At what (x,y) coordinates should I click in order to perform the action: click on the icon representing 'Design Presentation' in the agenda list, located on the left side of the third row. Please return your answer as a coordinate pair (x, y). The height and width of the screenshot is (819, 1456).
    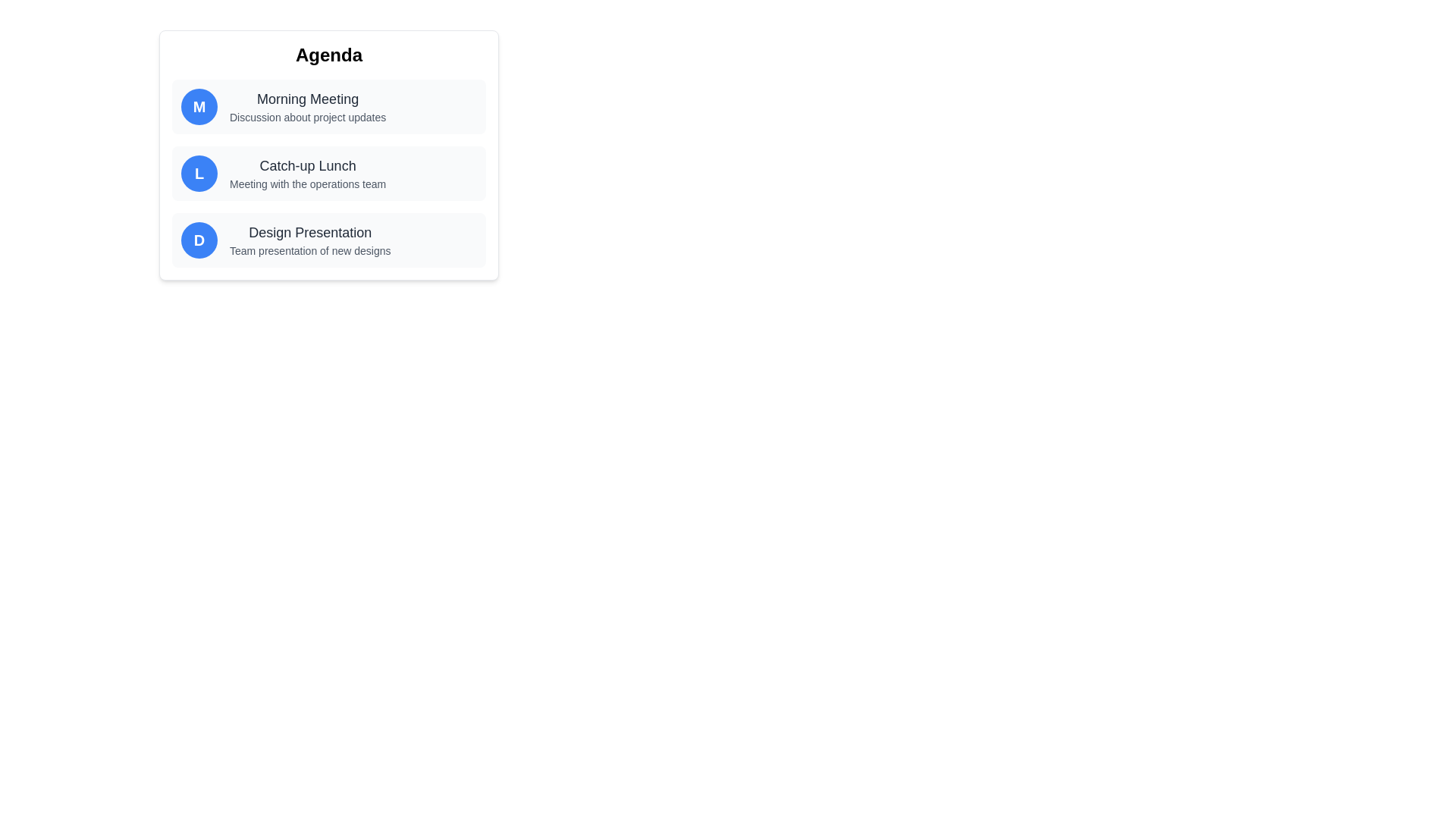
    Looking at the image, I should click on (199, 239).